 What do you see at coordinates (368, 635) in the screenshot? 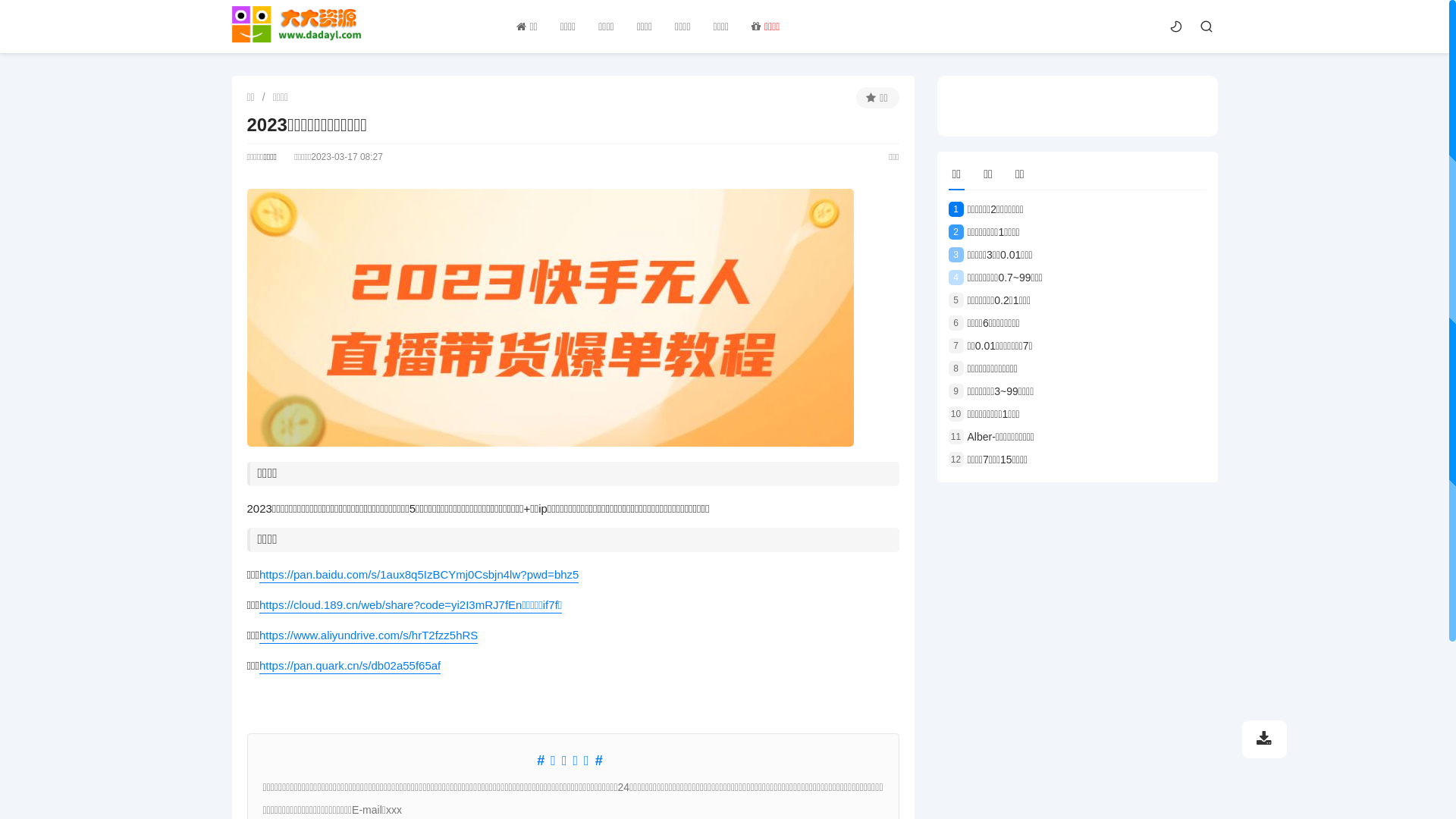
I see `'https://www.aliyundrive.com/s/hrT2fzz5hRS'` at bounding box center [368, 635].